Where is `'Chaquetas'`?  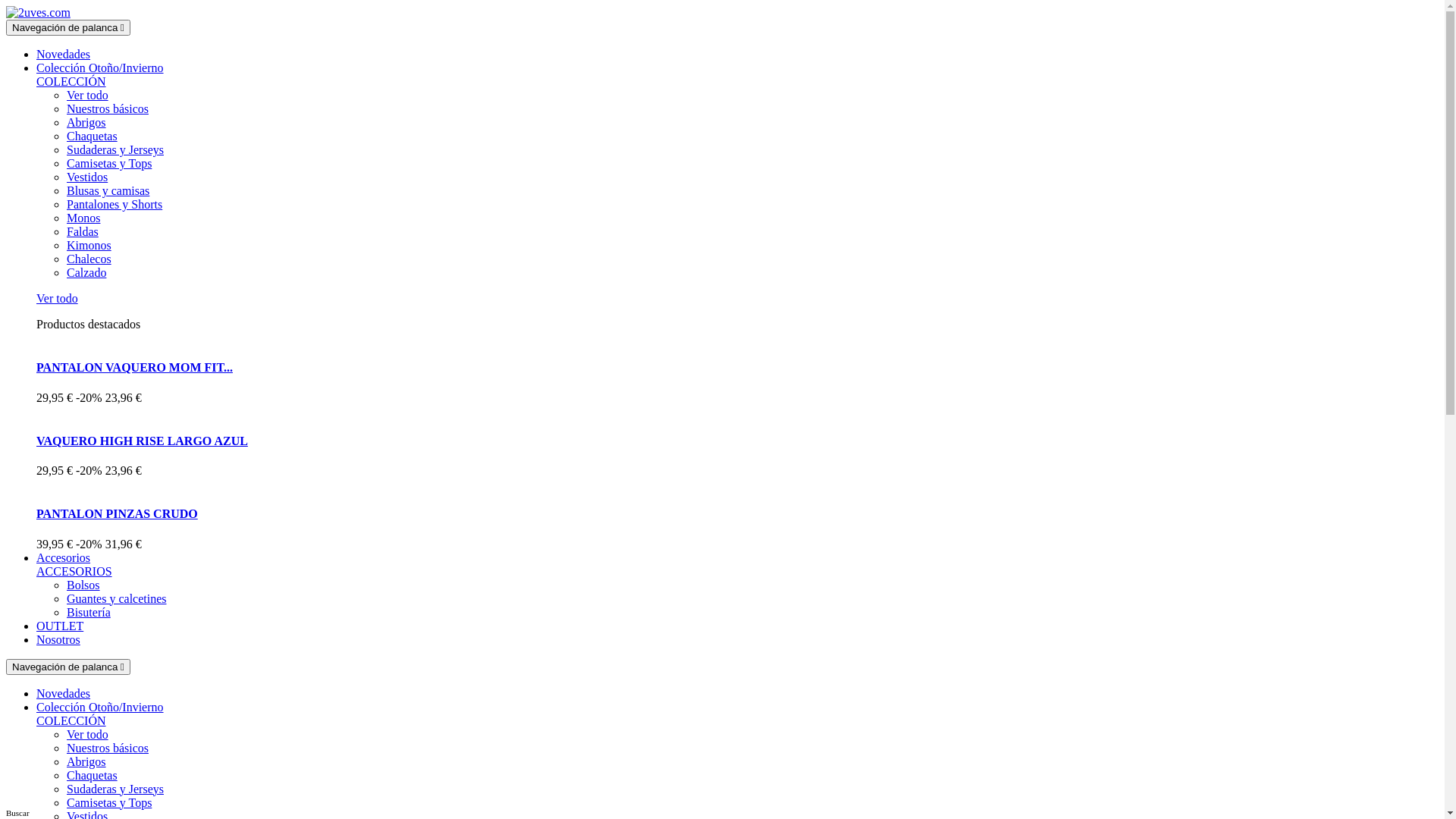
'Chaquetas' is located at coordinates (65, 775).